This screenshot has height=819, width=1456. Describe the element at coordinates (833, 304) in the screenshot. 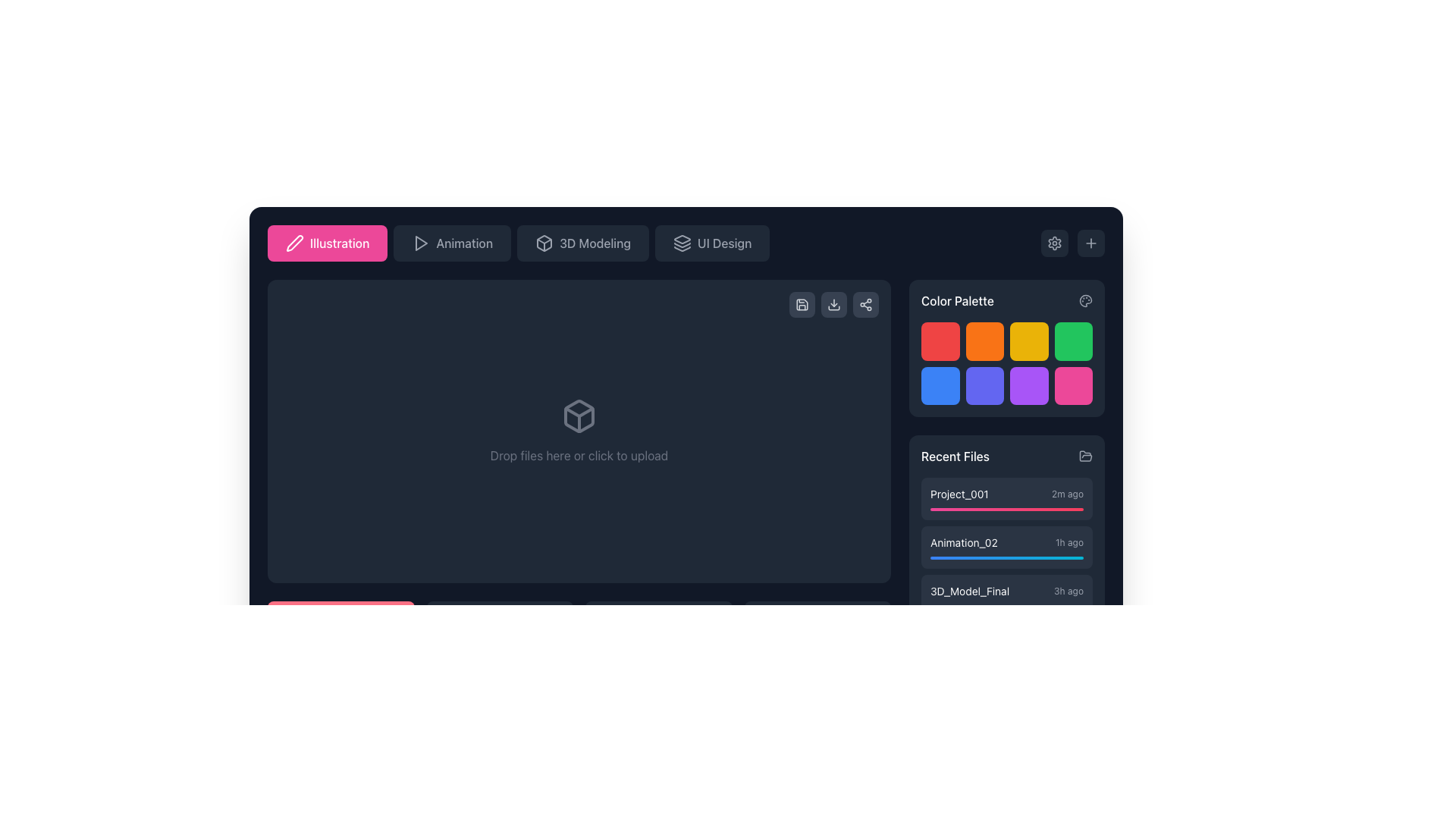

I see `the Download icon located at the top-right section of the main design workspace to initiate a download` at that location.